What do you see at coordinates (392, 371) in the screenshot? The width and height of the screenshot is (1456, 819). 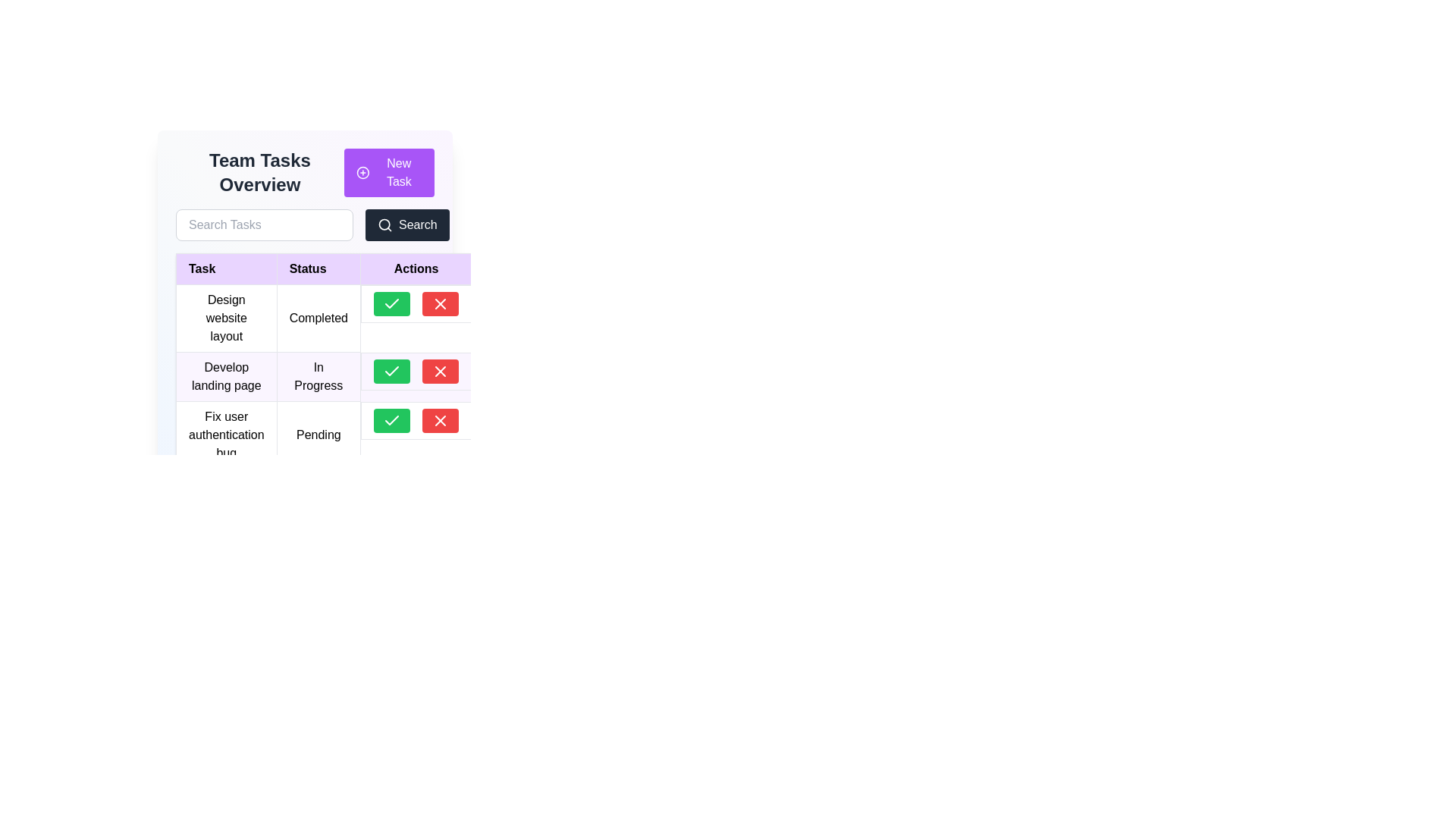 I see `the approval button located to the left of the red action button in the row for 'Develop landing page' within the 'Actions' column of the table to approve the task` at bounding box center [392, 371].